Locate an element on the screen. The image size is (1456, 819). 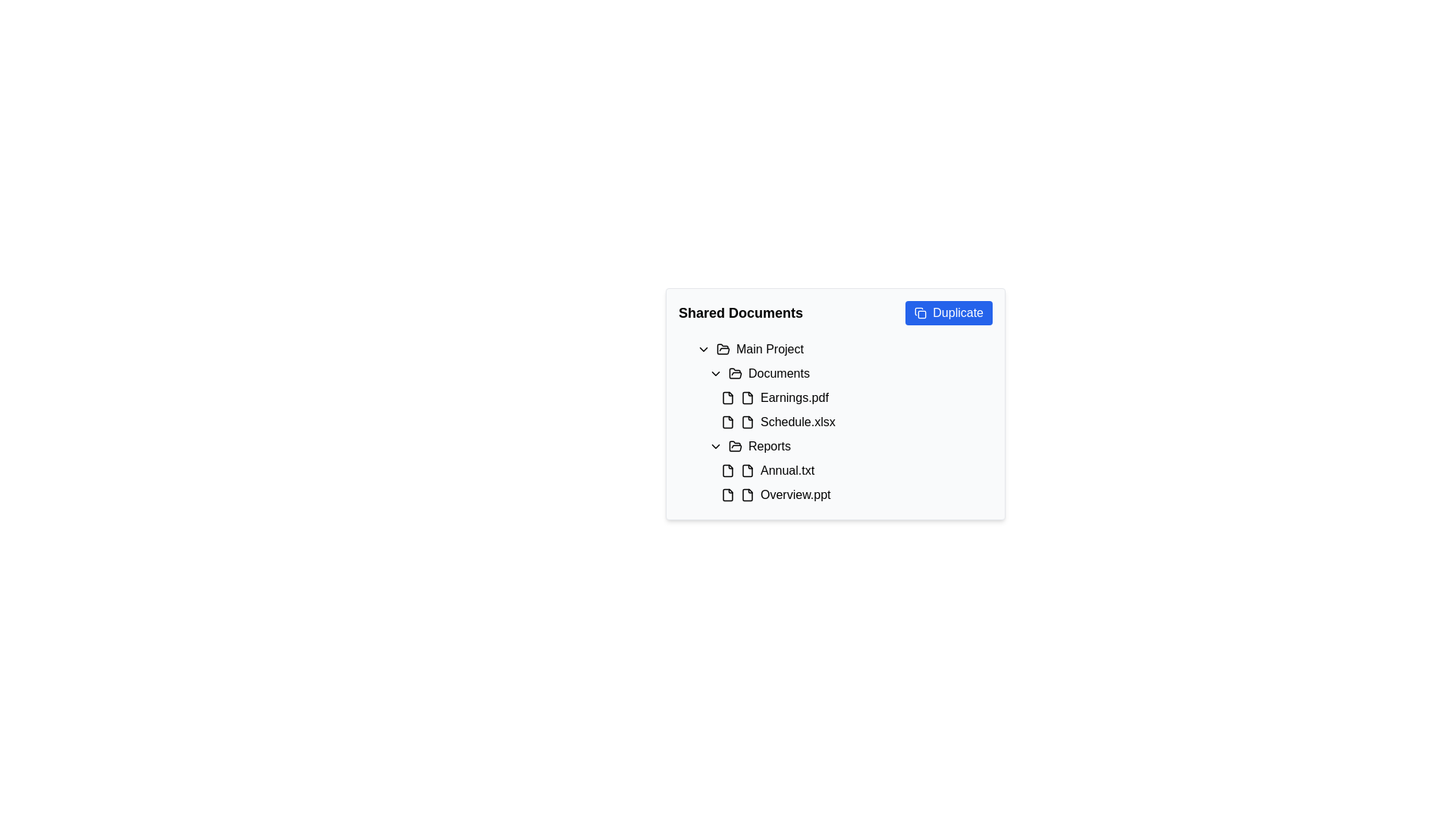
the document file icon located in the 'Reports' subsection of 'Shared Documents' preceding the 'Annual.txt' file entry is located at coordinates (728, 470).